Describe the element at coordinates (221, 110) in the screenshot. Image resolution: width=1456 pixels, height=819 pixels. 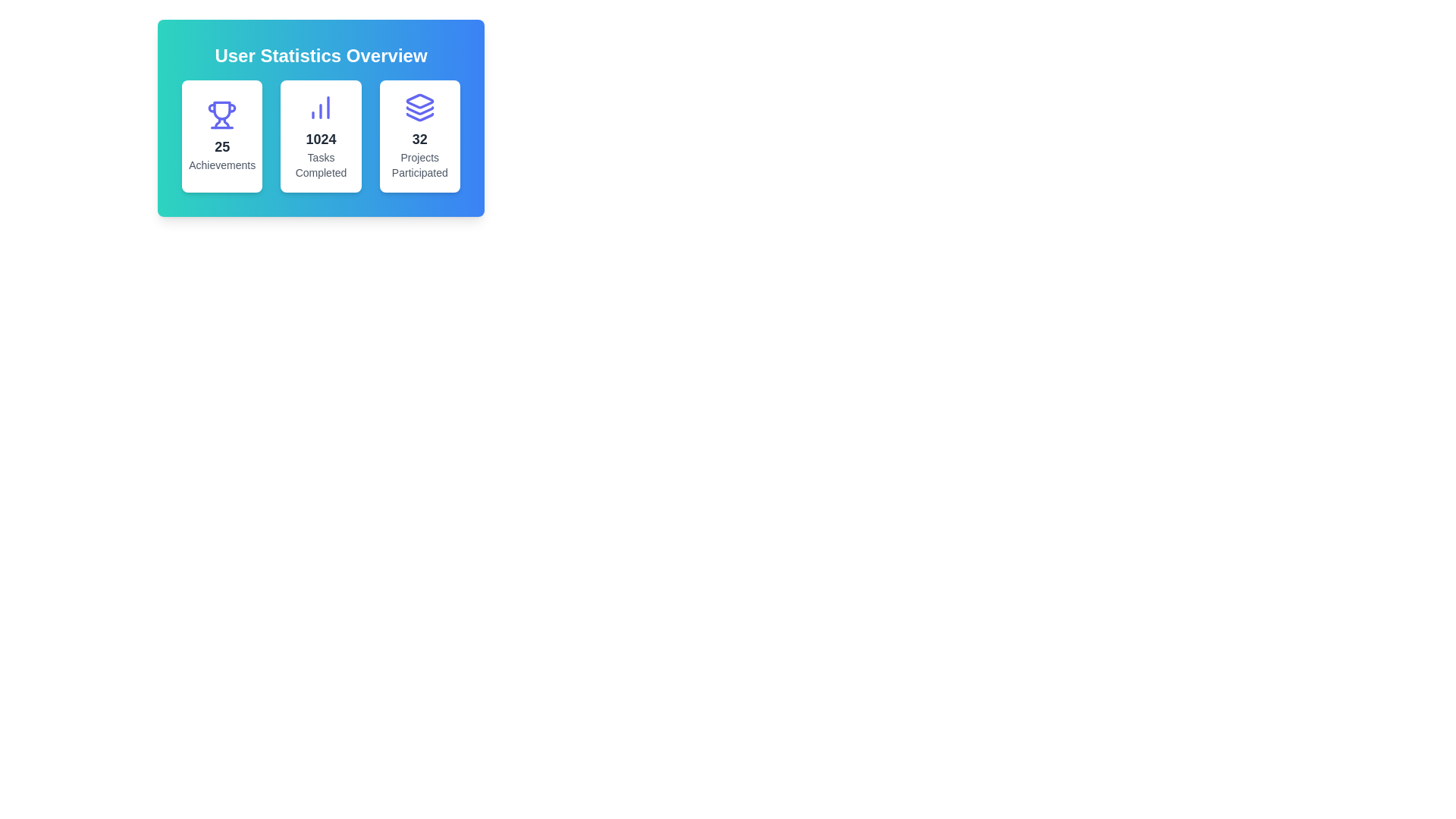
I see `the trophy icon representing achievements, located in the first card under 'User Statistics Overview', above the text '25 Achievements'` at that location.